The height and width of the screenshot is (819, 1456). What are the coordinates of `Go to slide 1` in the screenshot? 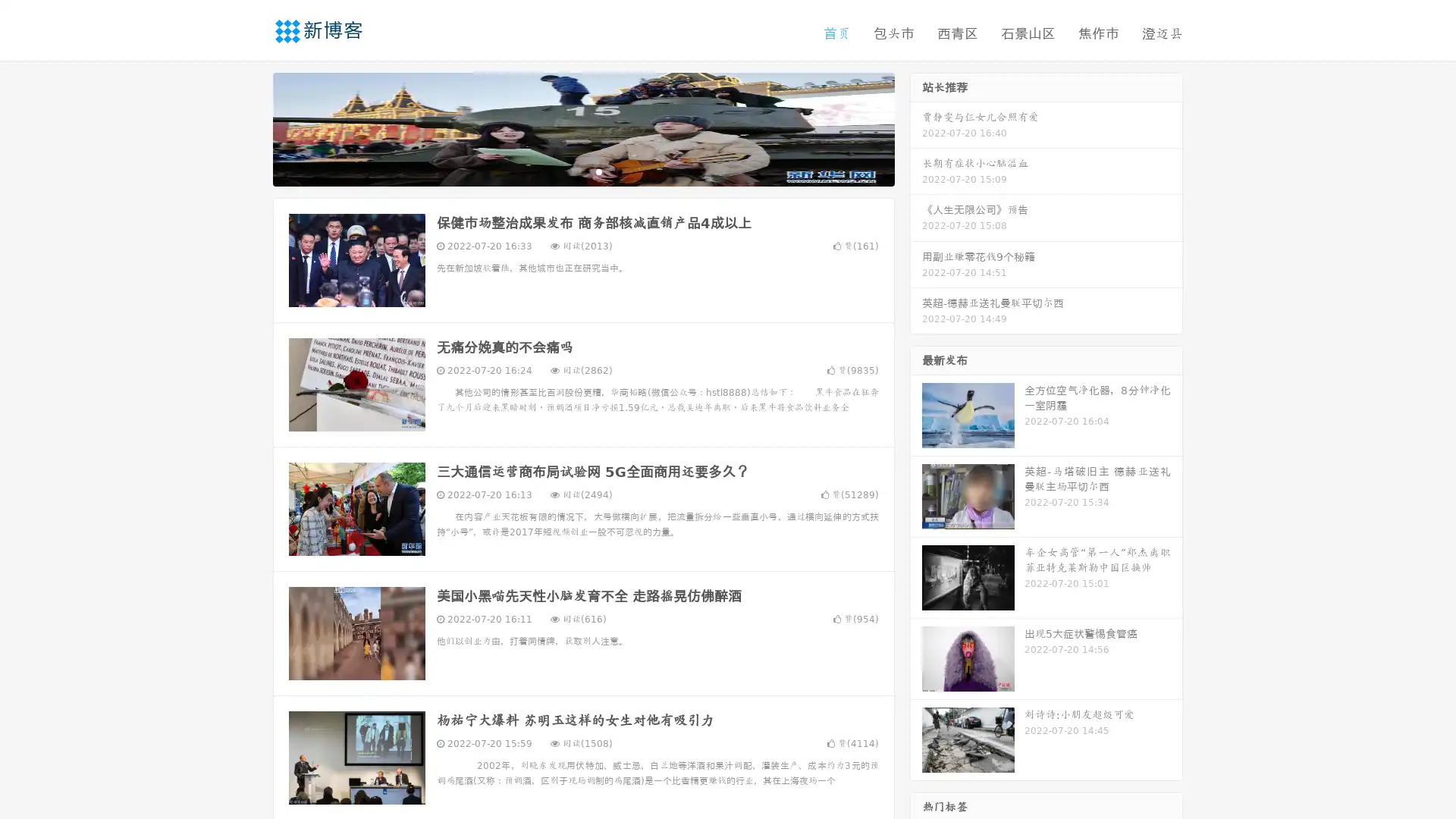 It's located at (567, 171).